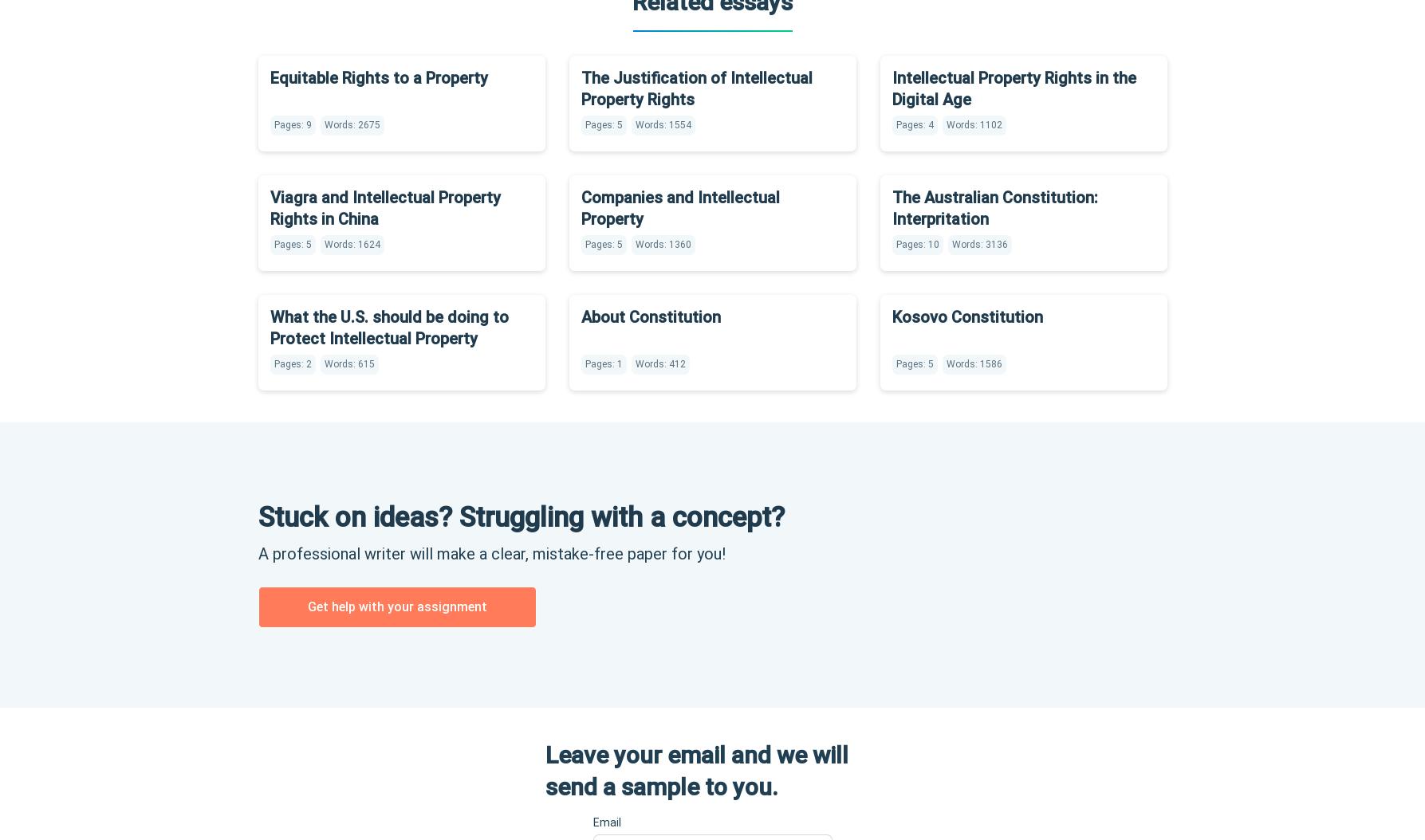 Image resolution: width=1425 pixels, height=840 pixels. What do you see at coordinates (581, 88) in the screenshot?
I see `'The Justification of Intellectual Property Rights'` at bounding box center [581, 88].